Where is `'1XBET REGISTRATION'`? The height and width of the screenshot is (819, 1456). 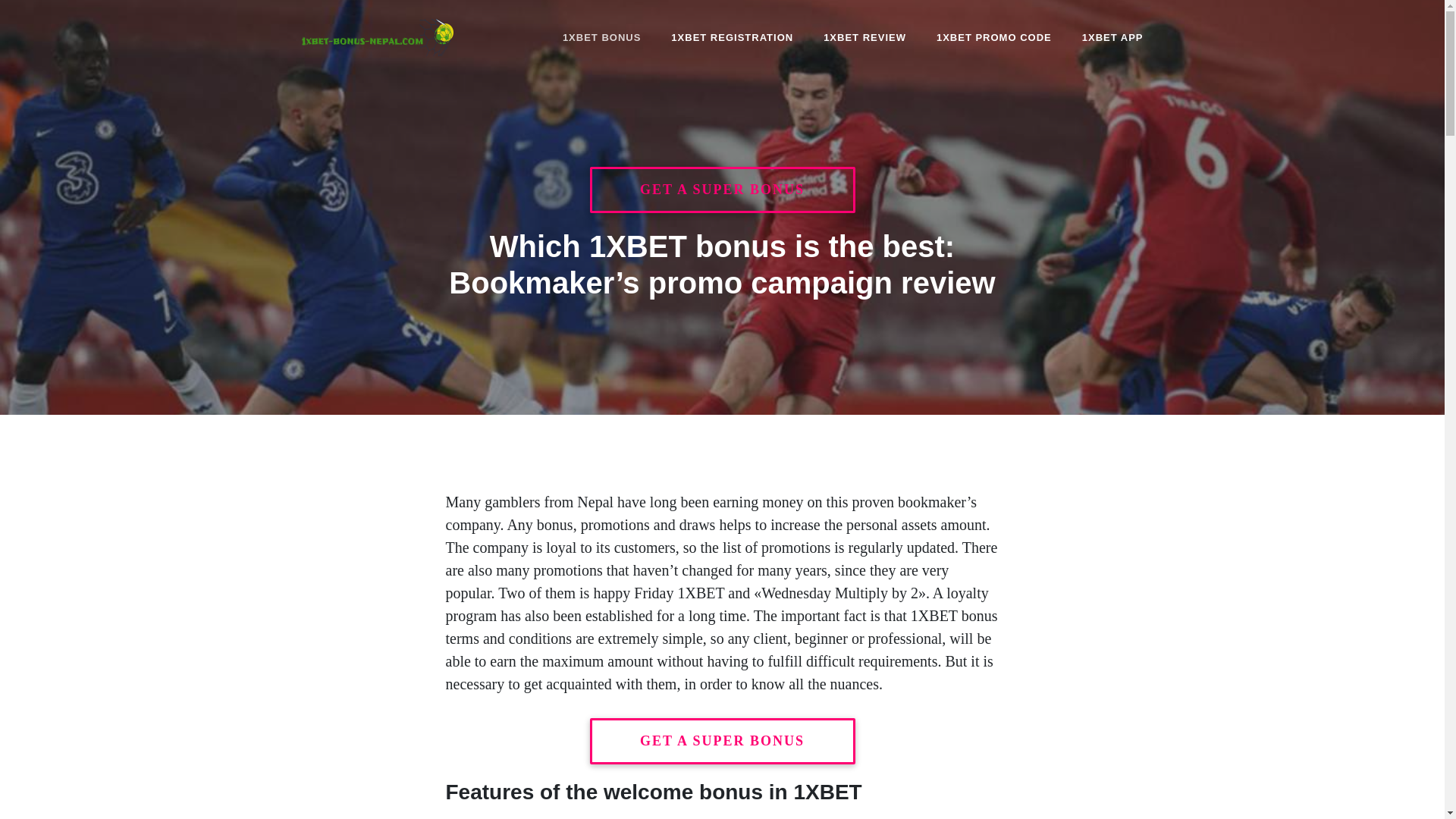
'1XBET REGISTRATION' is located at coordinates (732, 36).